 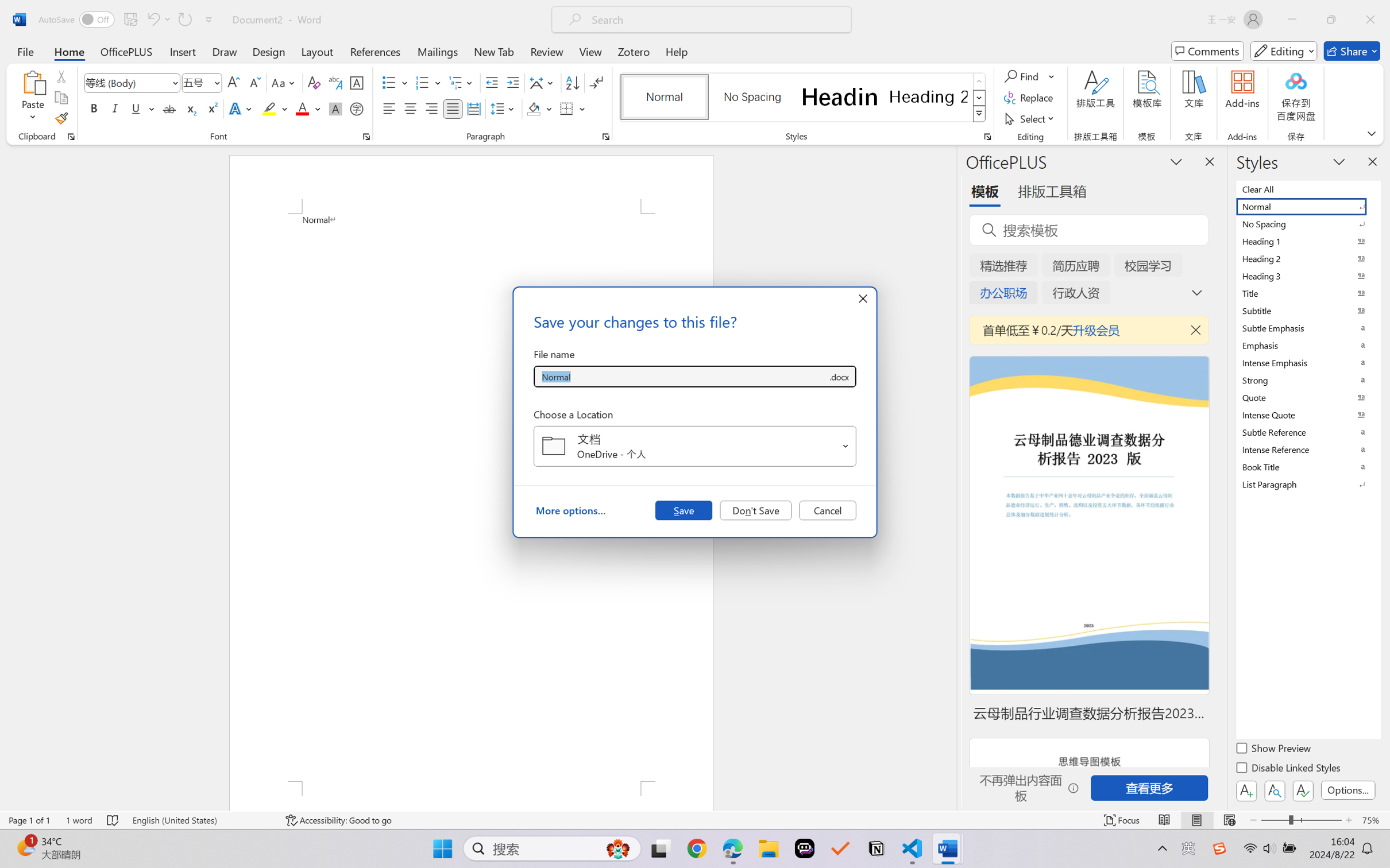 I want to click on 'Comments', so click(x=1207, y=51).